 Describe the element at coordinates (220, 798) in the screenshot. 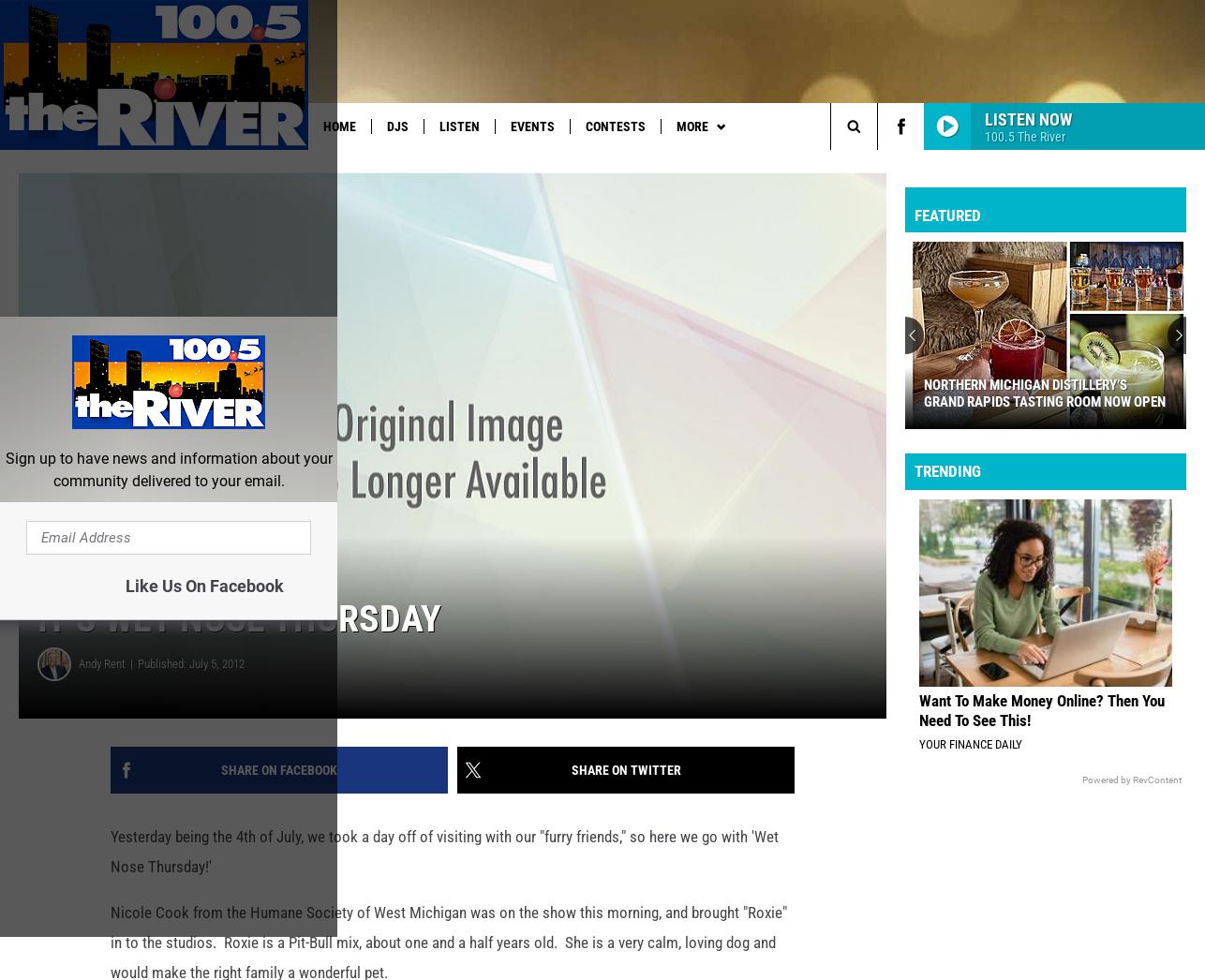

I see `'Share on Facebook'` at that location.